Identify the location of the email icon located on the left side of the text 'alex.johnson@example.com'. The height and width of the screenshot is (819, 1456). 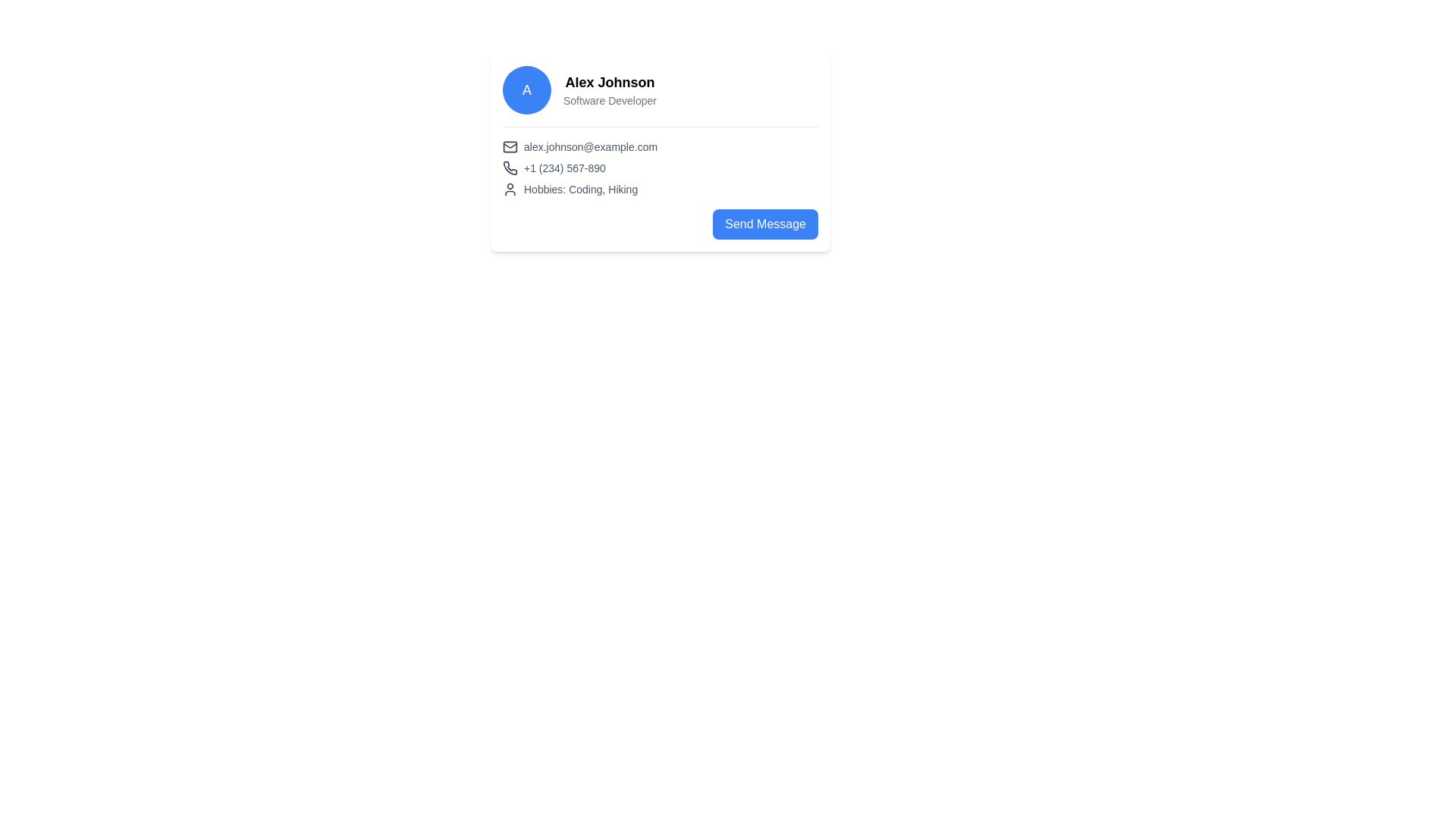
(510, 146).